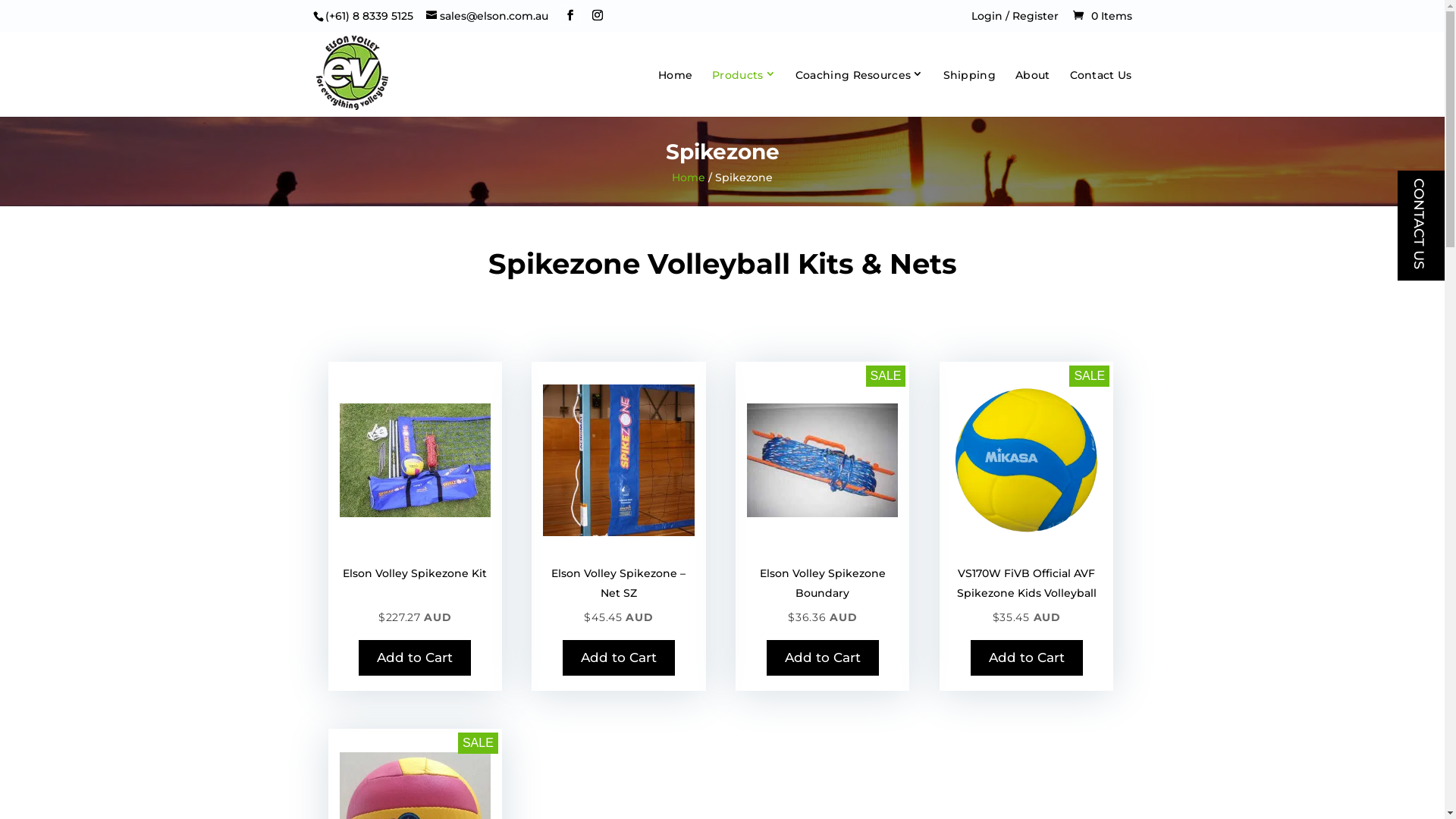  I want to click on 'Shipping', so click(968, 93).